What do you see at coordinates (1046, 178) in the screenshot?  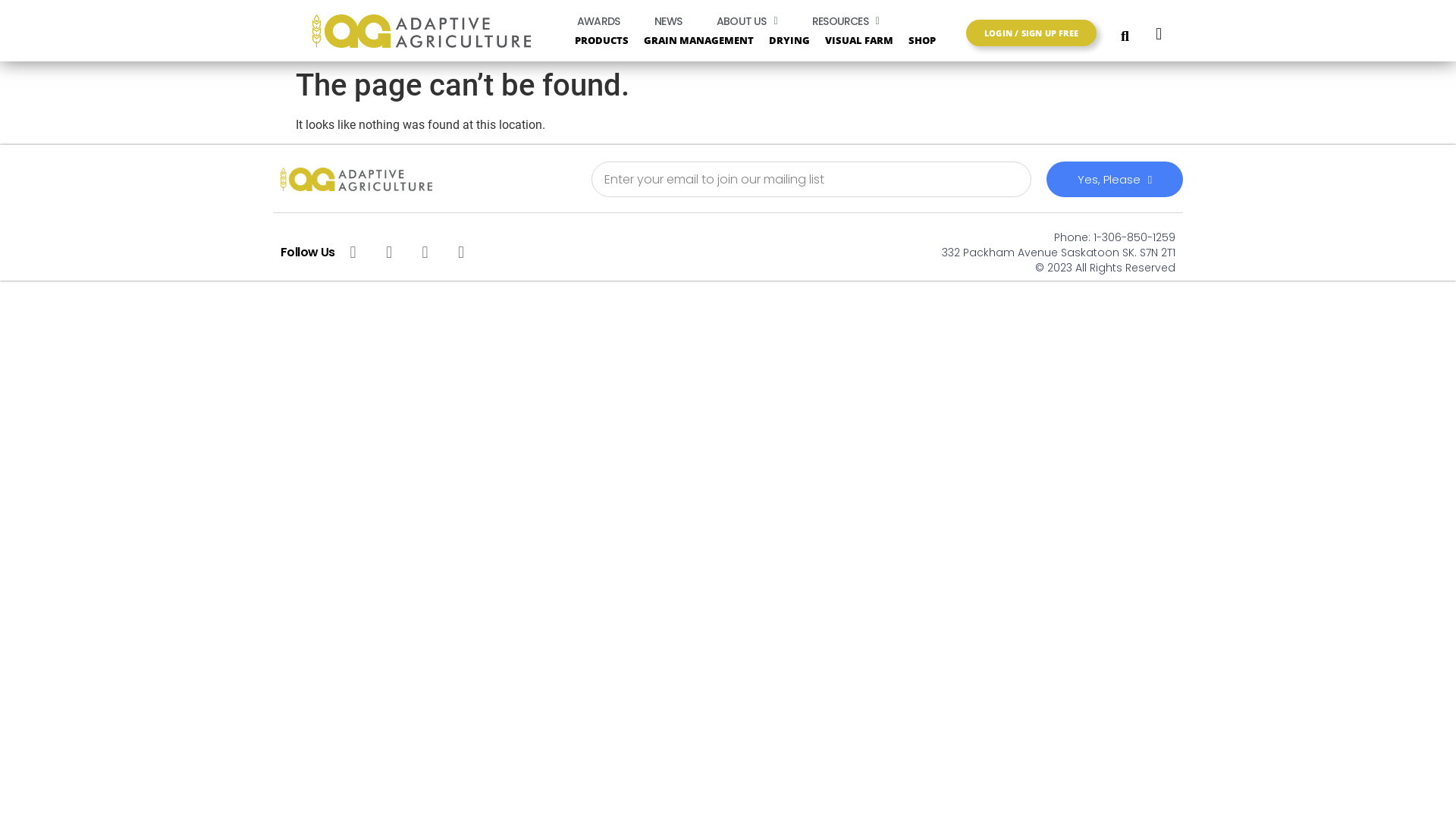 I see `'Yes, Please'` at bounding box center [1046, 178].